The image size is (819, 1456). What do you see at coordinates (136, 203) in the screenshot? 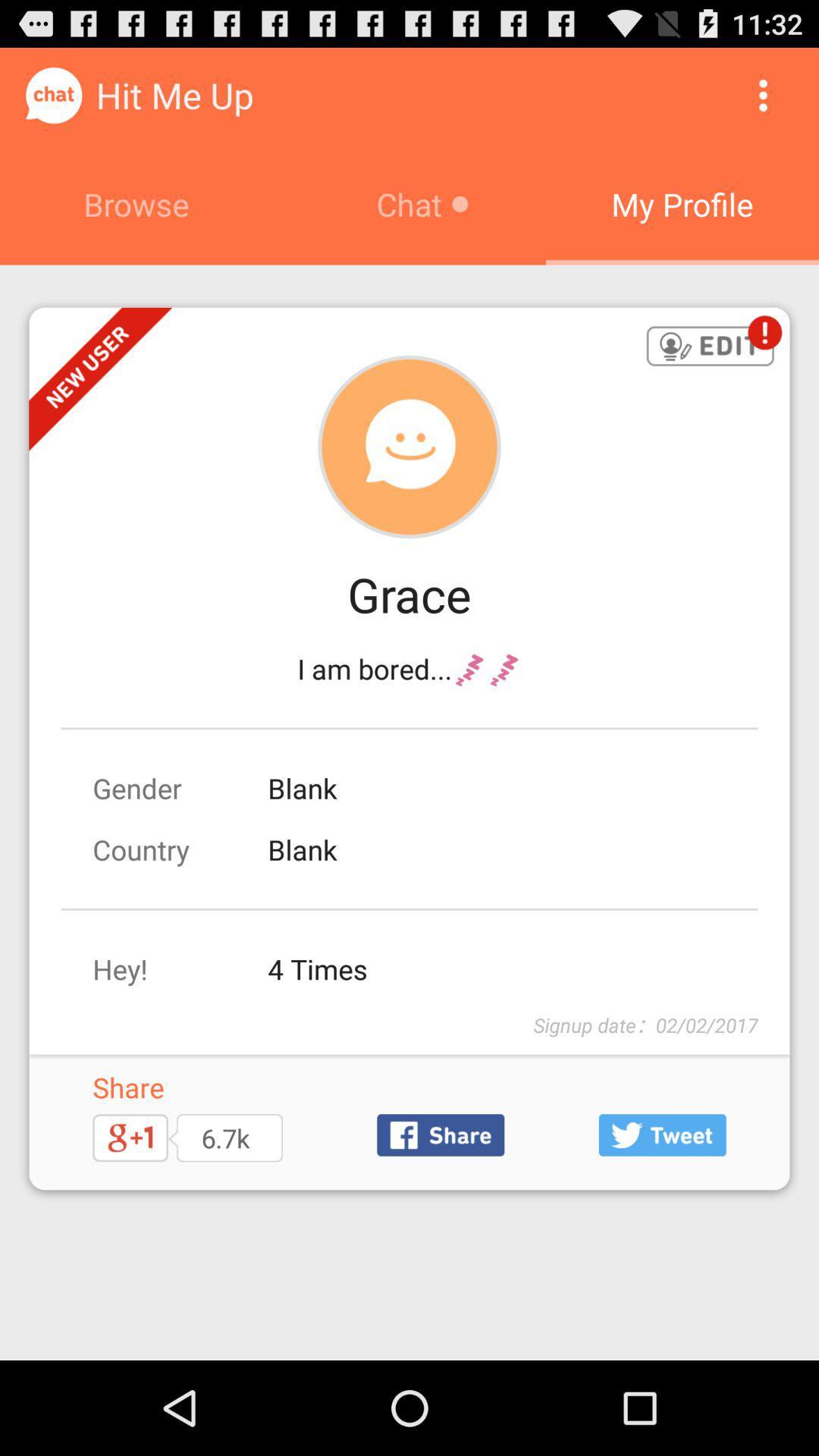
I see `browse` at bounding box center [136, 203].